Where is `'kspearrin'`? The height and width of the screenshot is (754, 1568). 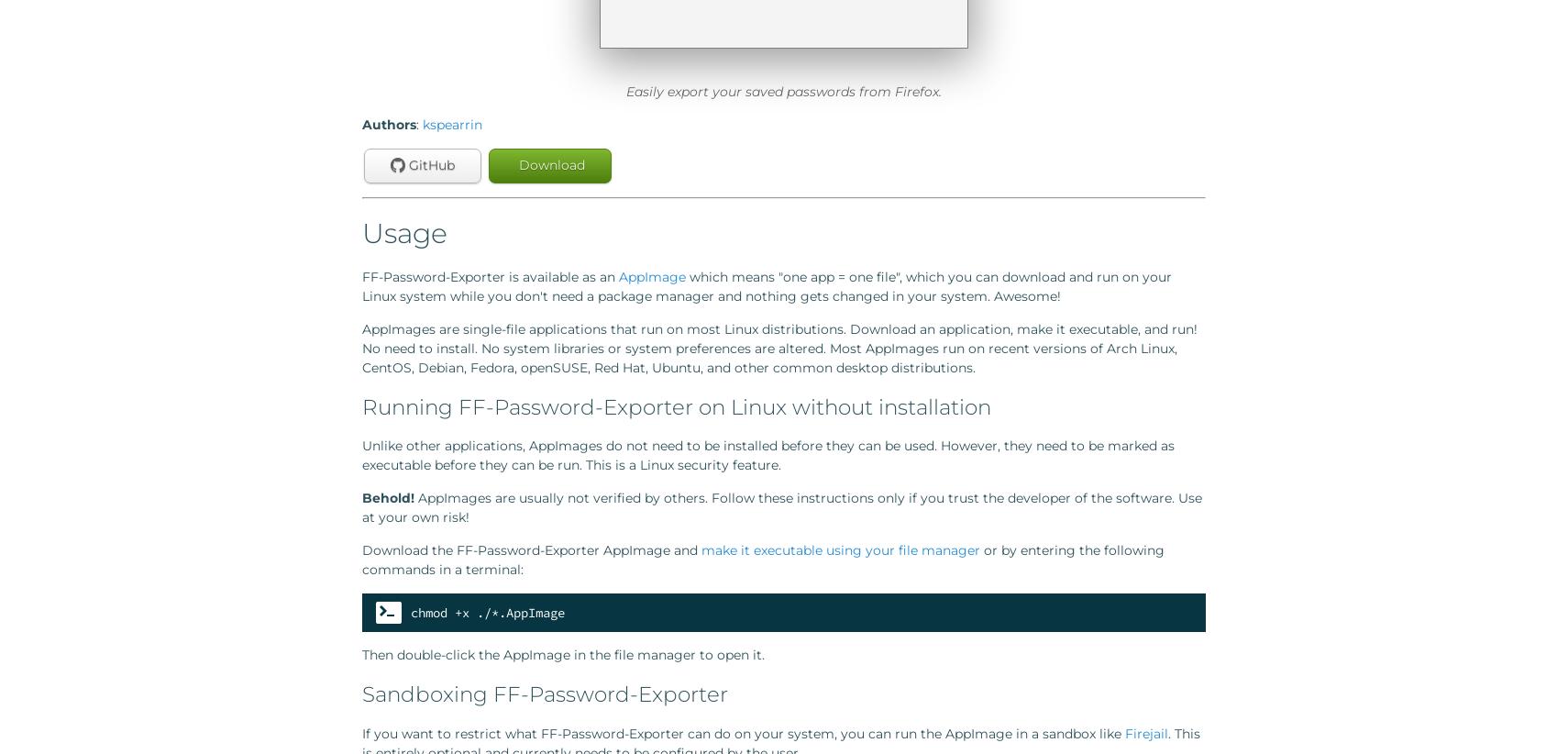 'kspearrin' is located at coordinates (452, 125).